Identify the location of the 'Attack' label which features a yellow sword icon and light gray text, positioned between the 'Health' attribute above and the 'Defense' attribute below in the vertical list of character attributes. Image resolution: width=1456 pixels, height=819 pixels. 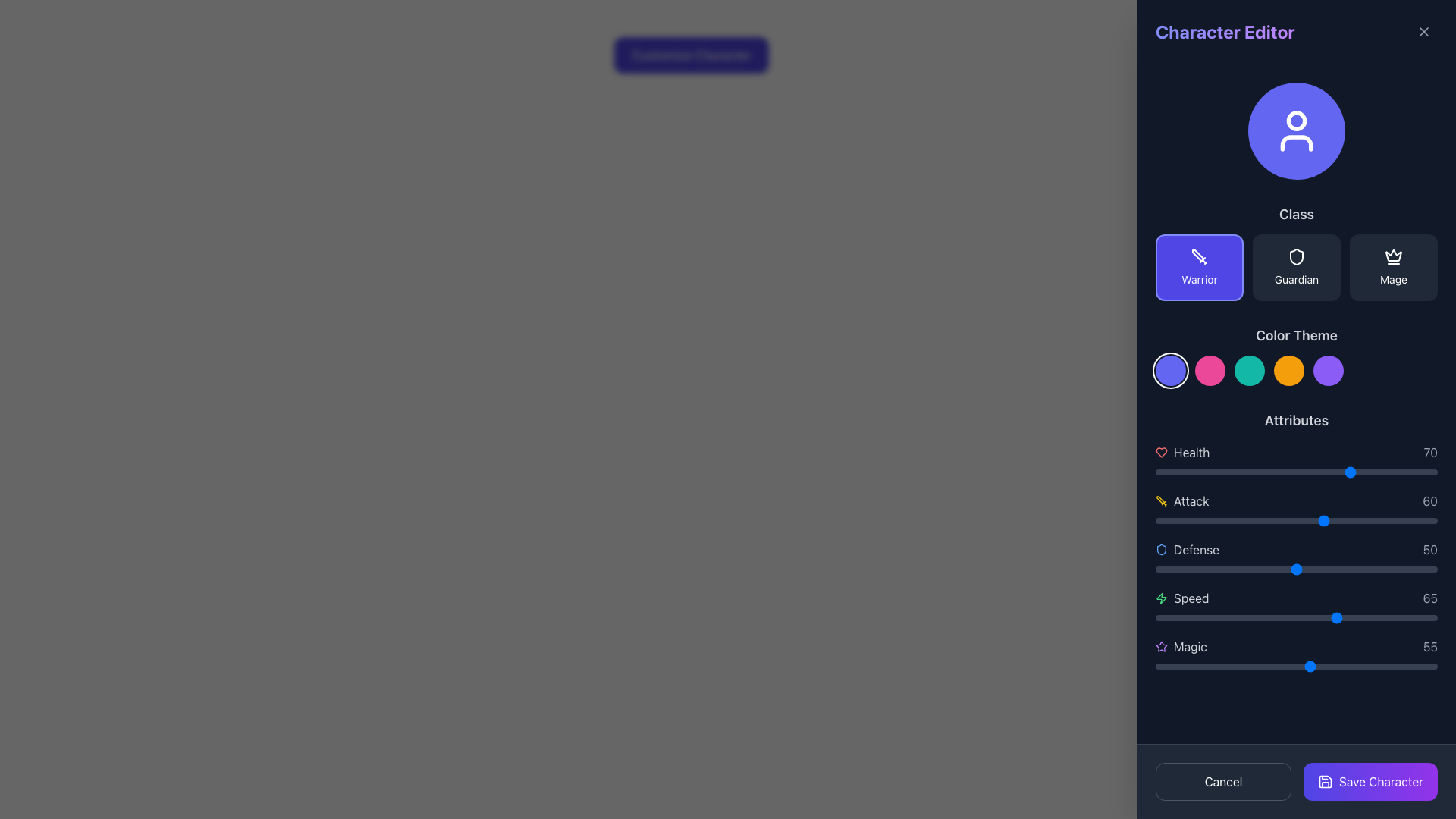
(1181, 500).